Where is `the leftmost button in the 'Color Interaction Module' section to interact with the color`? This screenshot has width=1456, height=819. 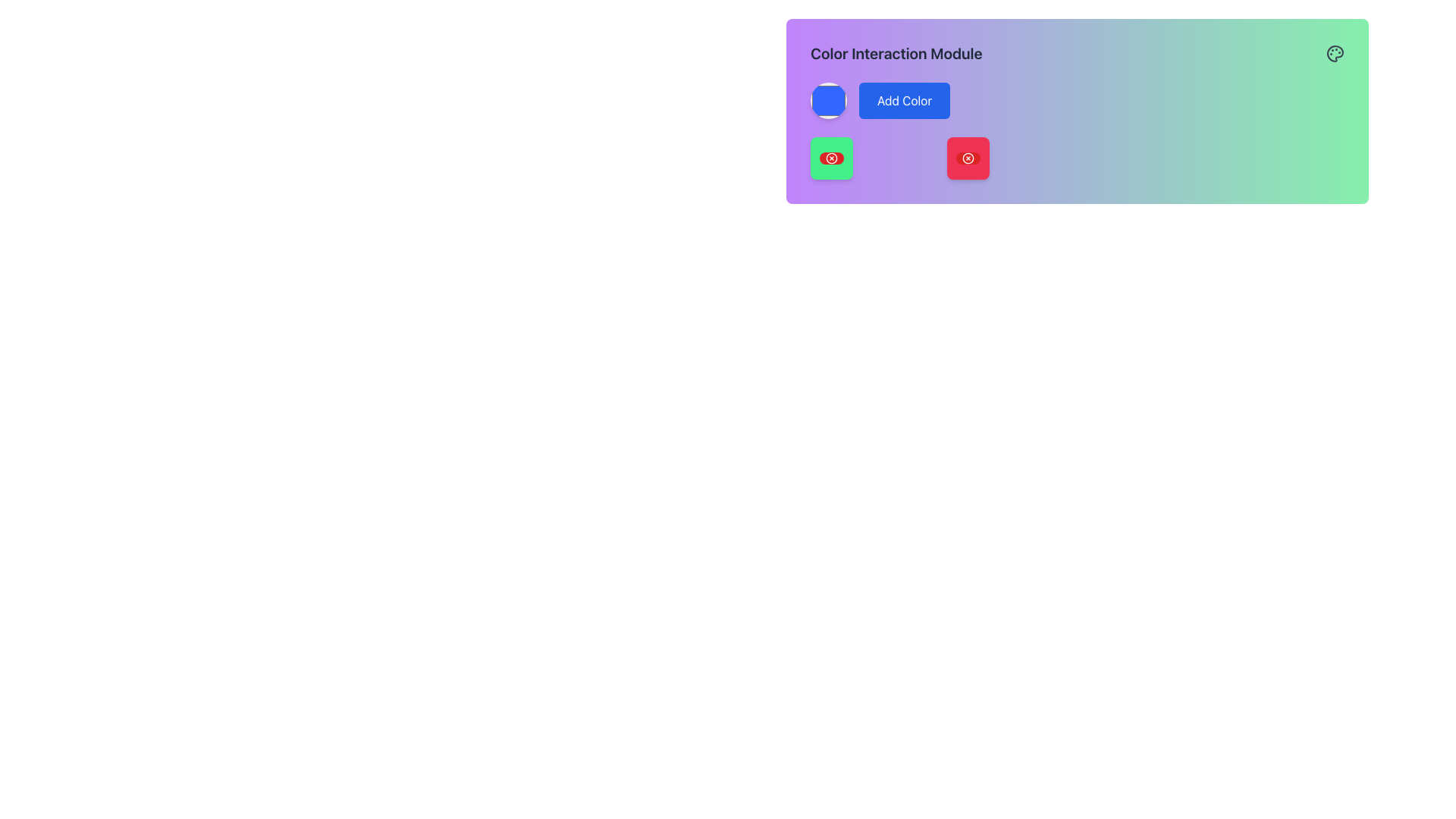 the leftmost button in the 'Color Interaction Module' section to interact with the color is located at coordinates (828, 100).